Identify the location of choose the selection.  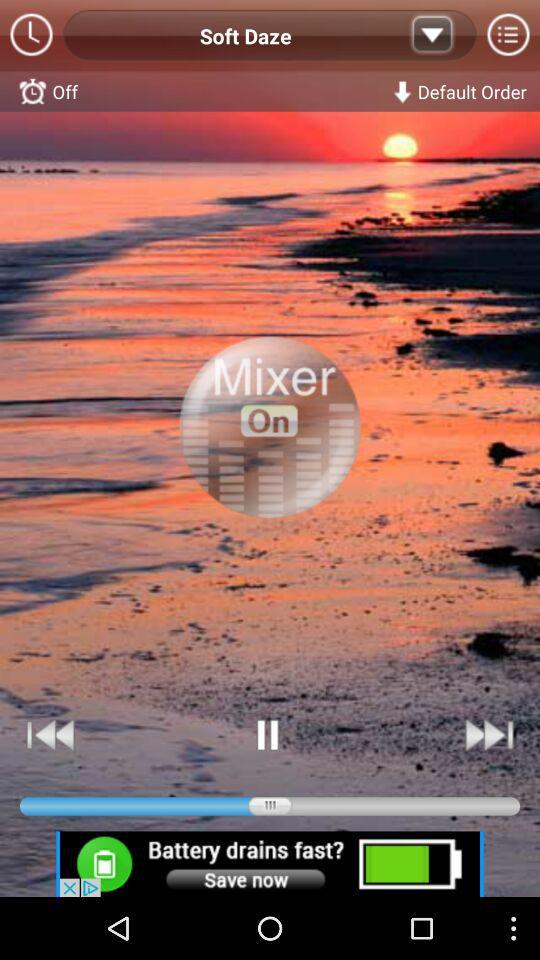
(270, 448).